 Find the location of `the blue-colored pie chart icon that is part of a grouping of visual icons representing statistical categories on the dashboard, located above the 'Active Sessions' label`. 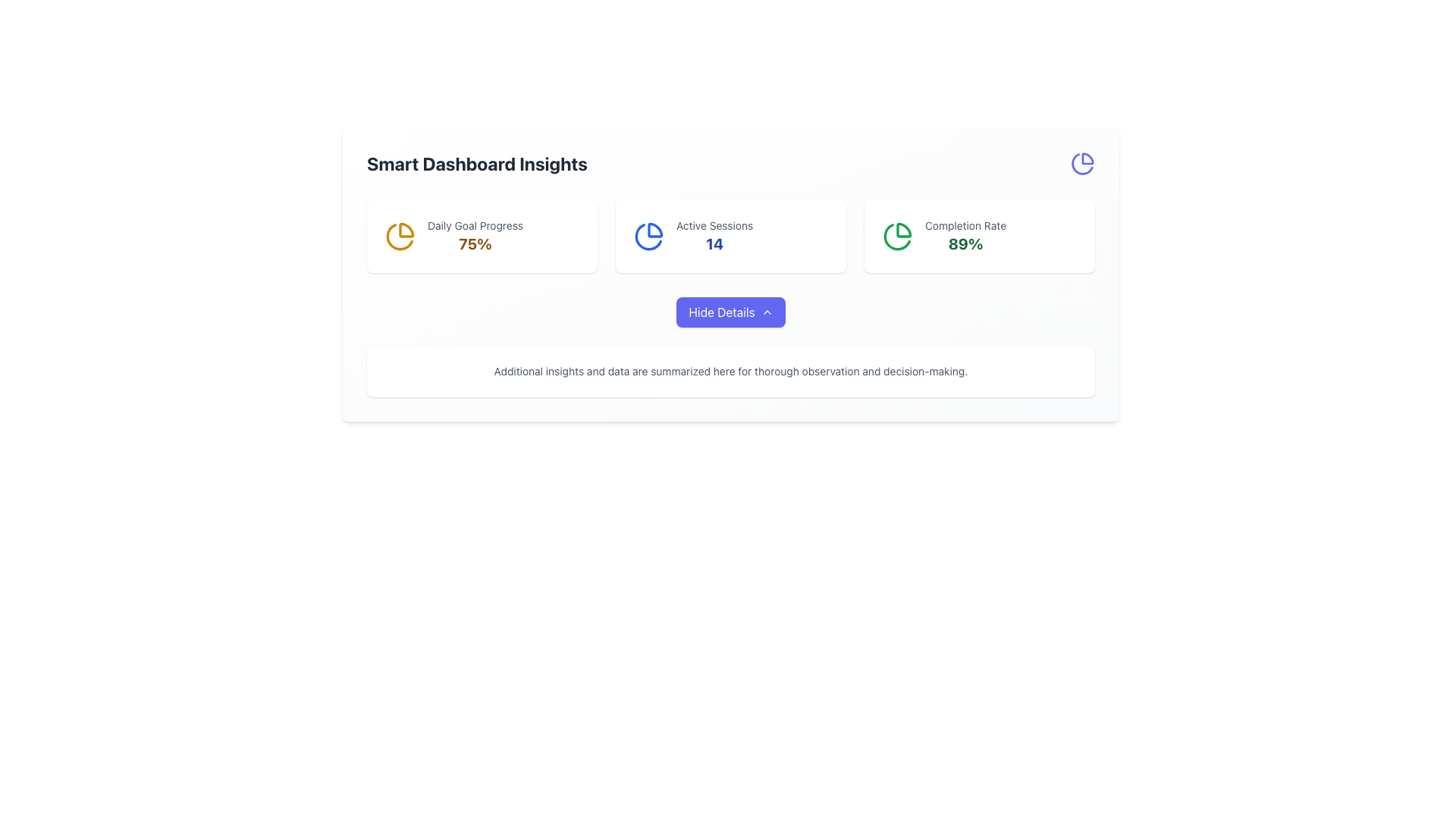

the blue-colored pie chart icon that is part of a grouping of visual icons representing statistical categories on the dashboard, located above the 'Active Sessions' label is located at coordinates (648, 237).